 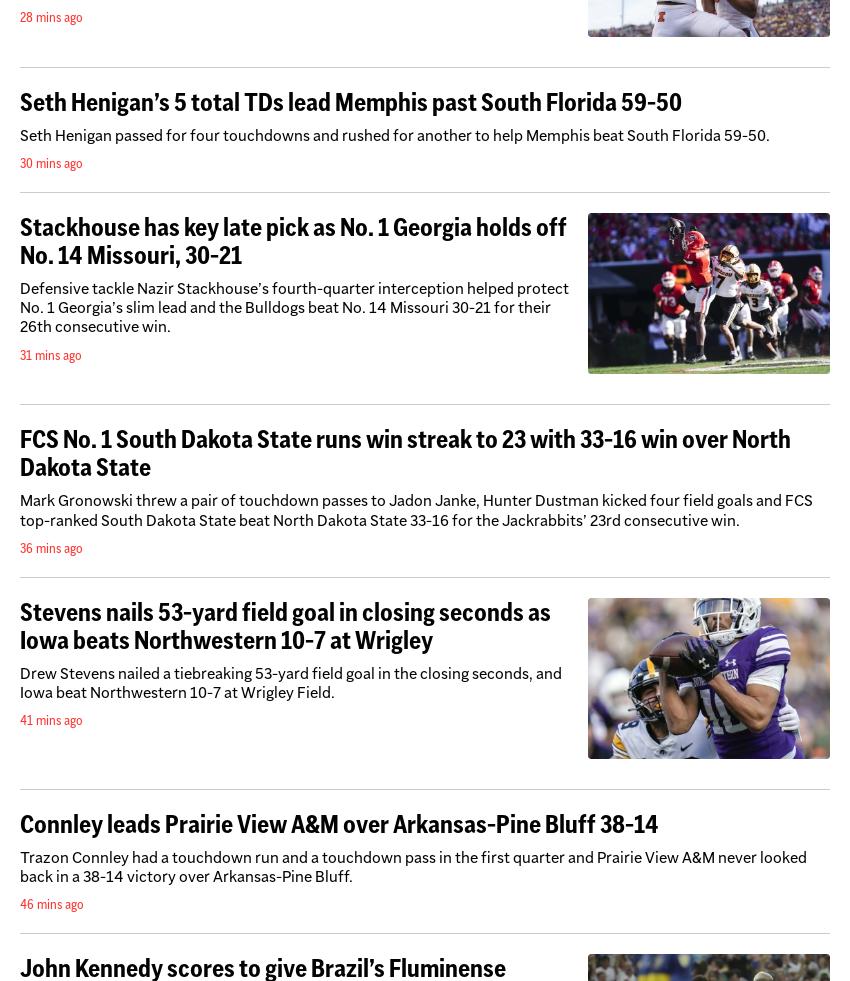 What do you see at coordinates (52, 903) in the screenshot?
I see `'46 mins ago'` at bounding box center [52, 903].